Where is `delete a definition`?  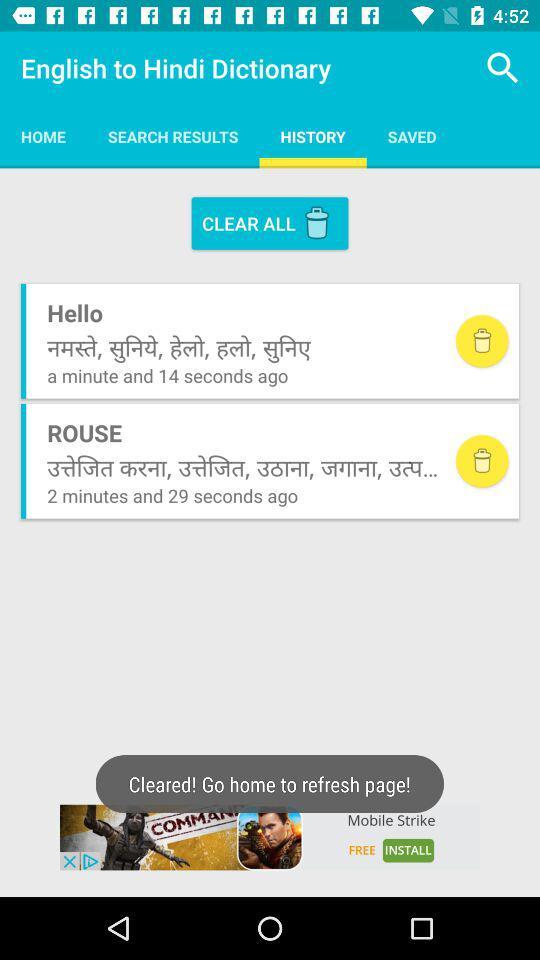
delete a definition is located at coordinates (481, 461).